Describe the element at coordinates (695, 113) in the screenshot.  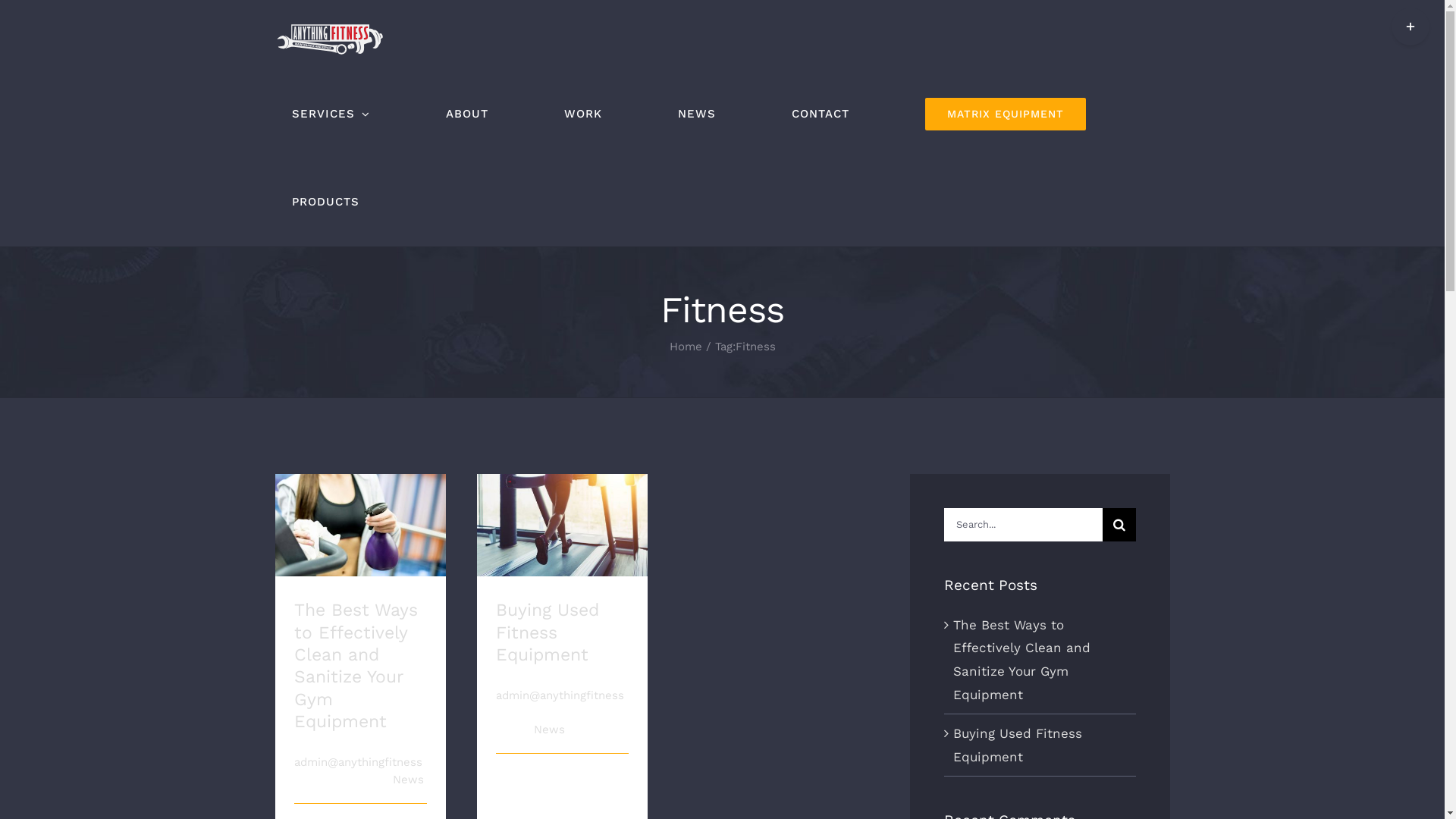
I see `'NEWS'` at that location.